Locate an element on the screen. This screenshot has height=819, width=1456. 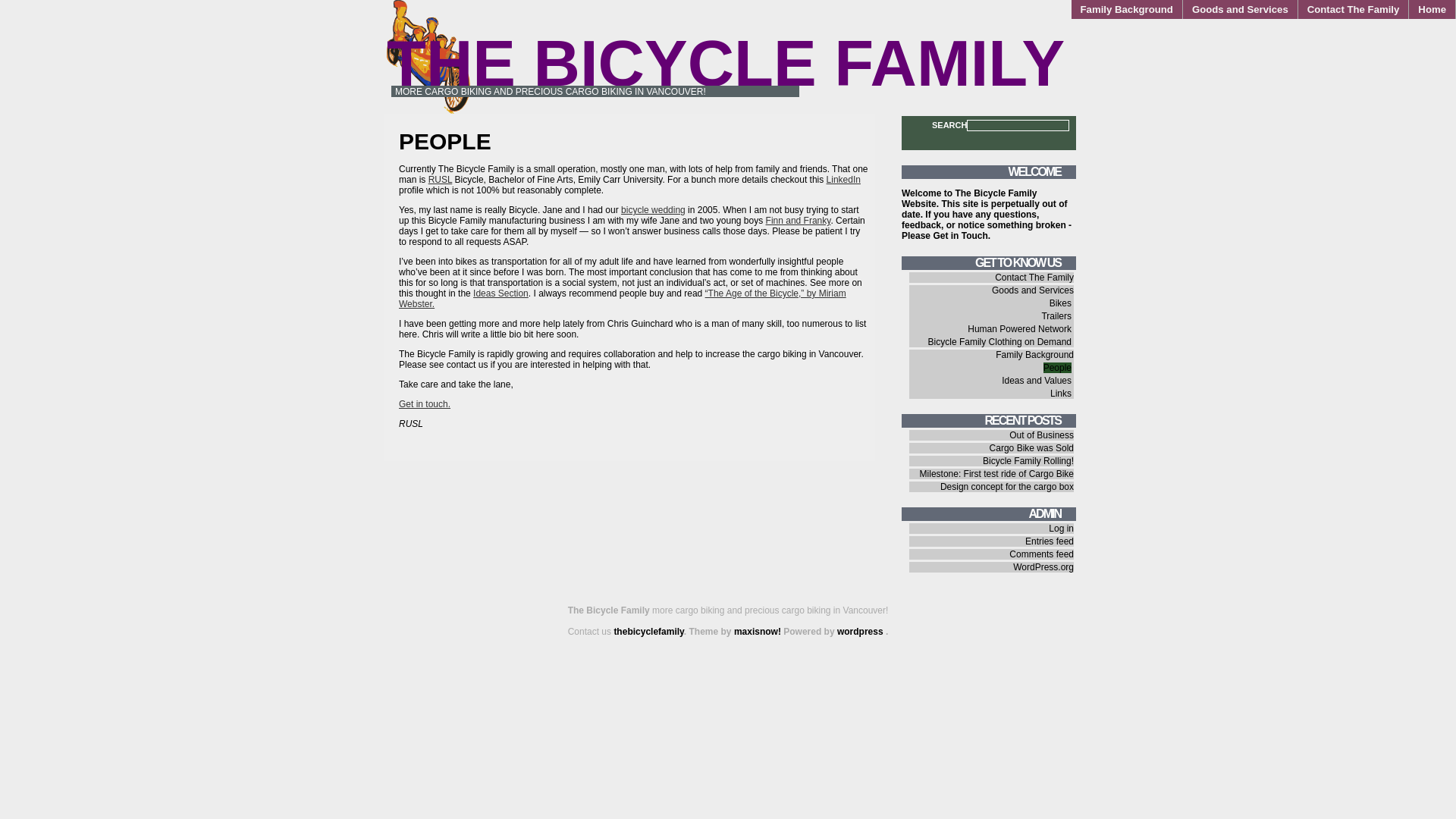
'Bicycle Family Rolling!' is located at coordinates (1028, 460).